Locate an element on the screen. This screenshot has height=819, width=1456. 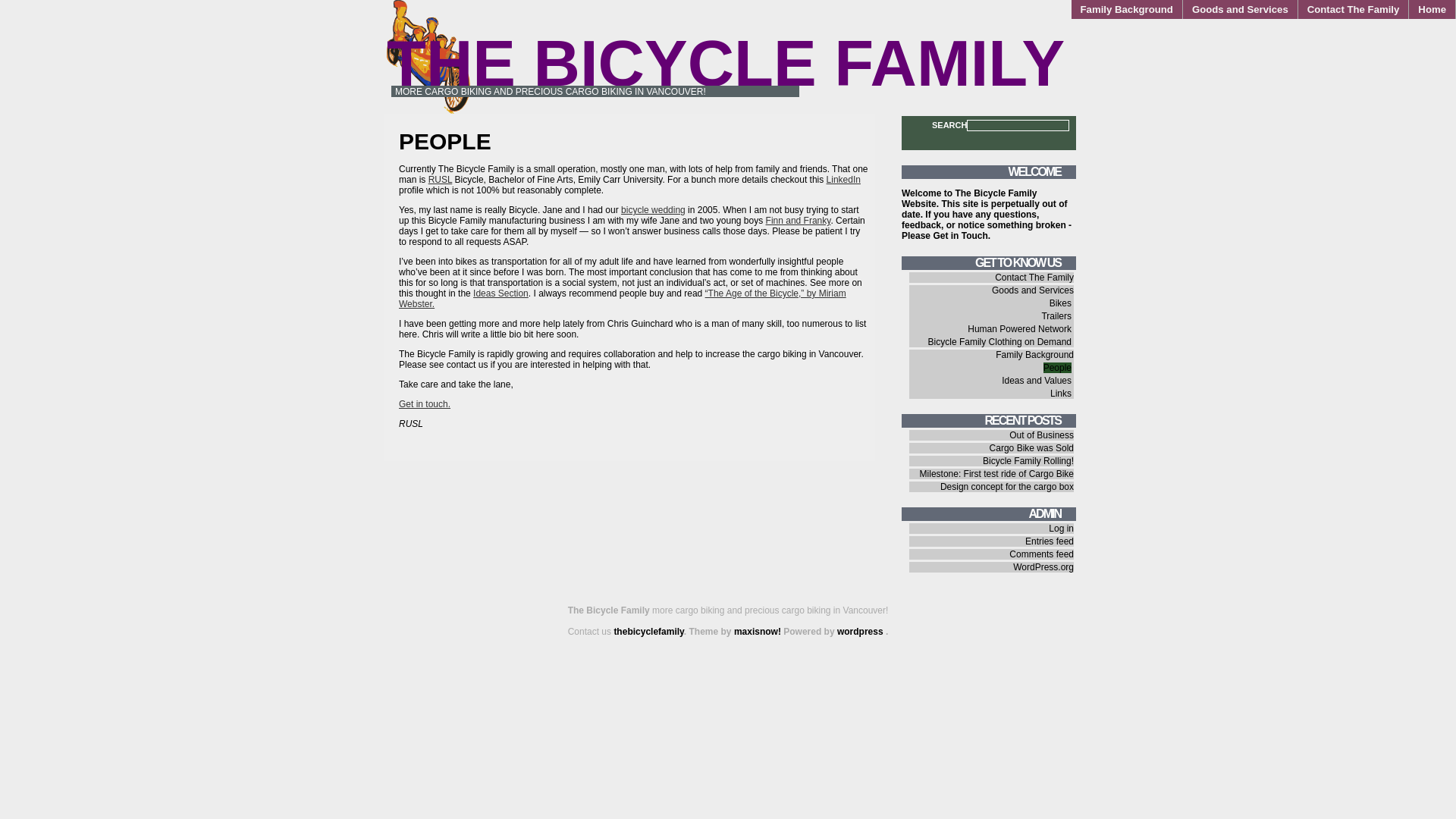
'Bicycle Family Rolling!' is located at coordinates (1028, 460).